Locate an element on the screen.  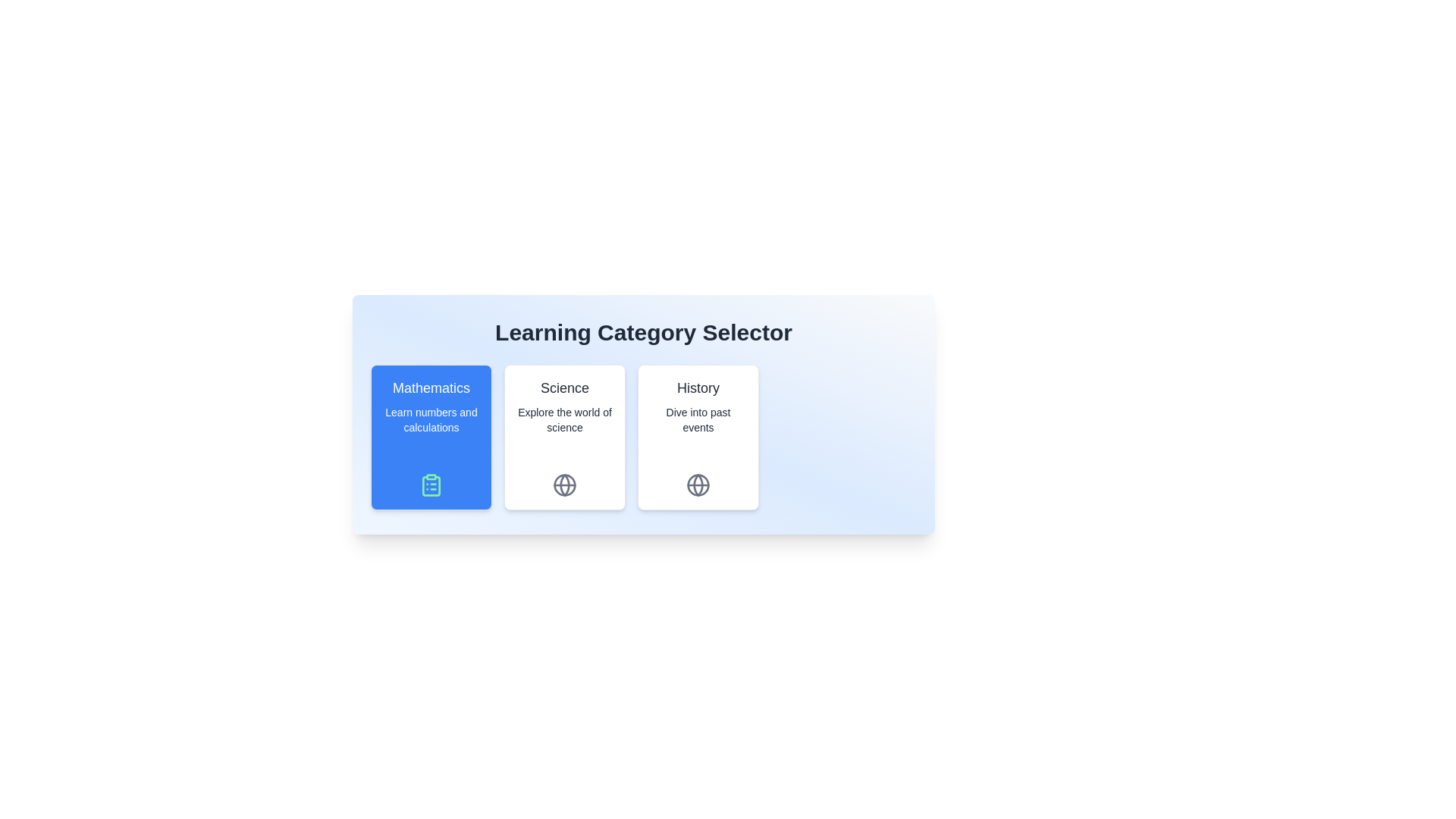
the chip corresponding to Science is located at coordinates (563, 438).